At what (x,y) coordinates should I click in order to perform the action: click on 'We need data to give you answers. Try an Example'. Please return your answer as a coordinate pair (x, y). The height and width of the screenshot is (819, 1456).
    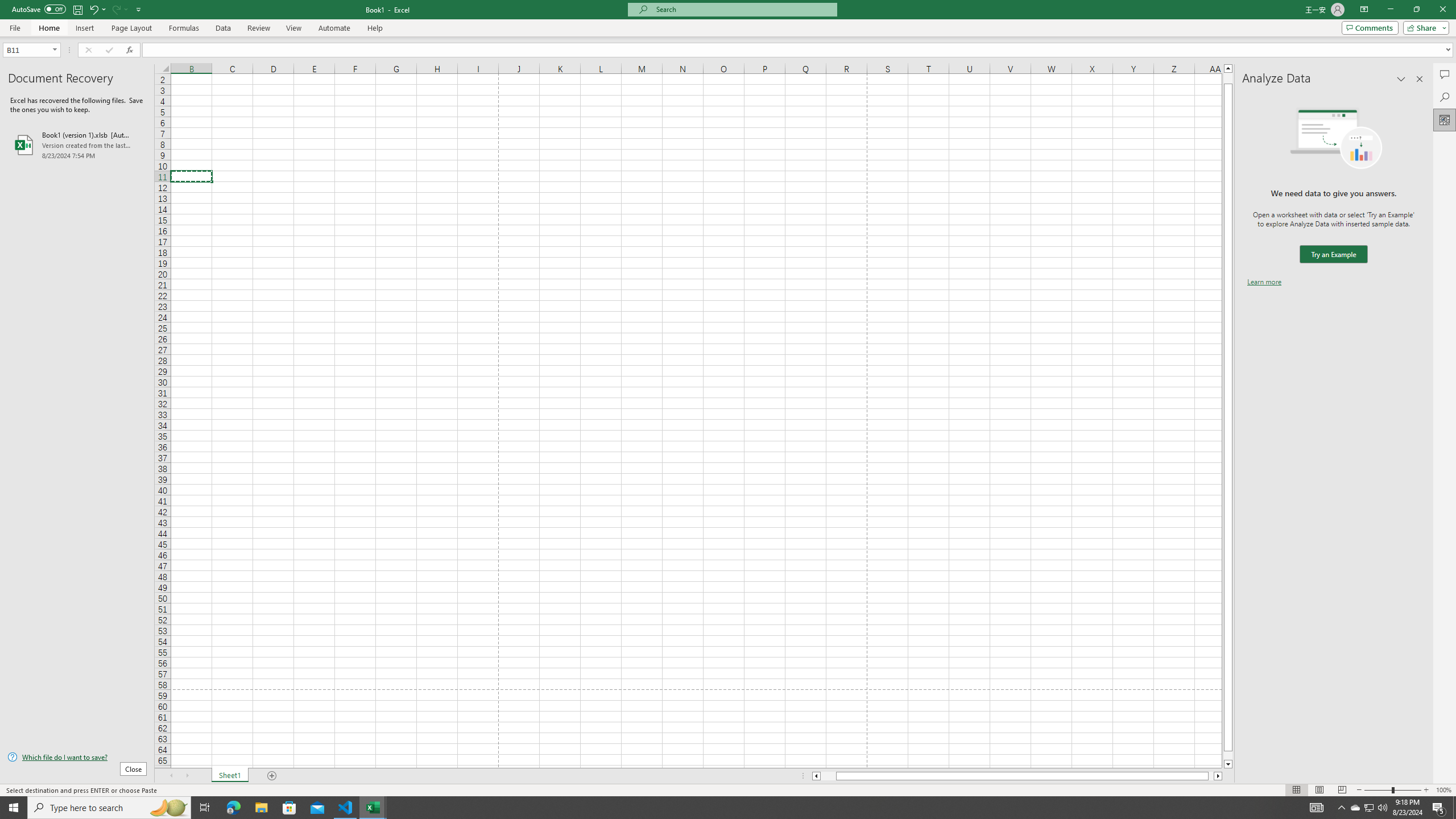
    Looking at the image, I should click on (1333, 254).